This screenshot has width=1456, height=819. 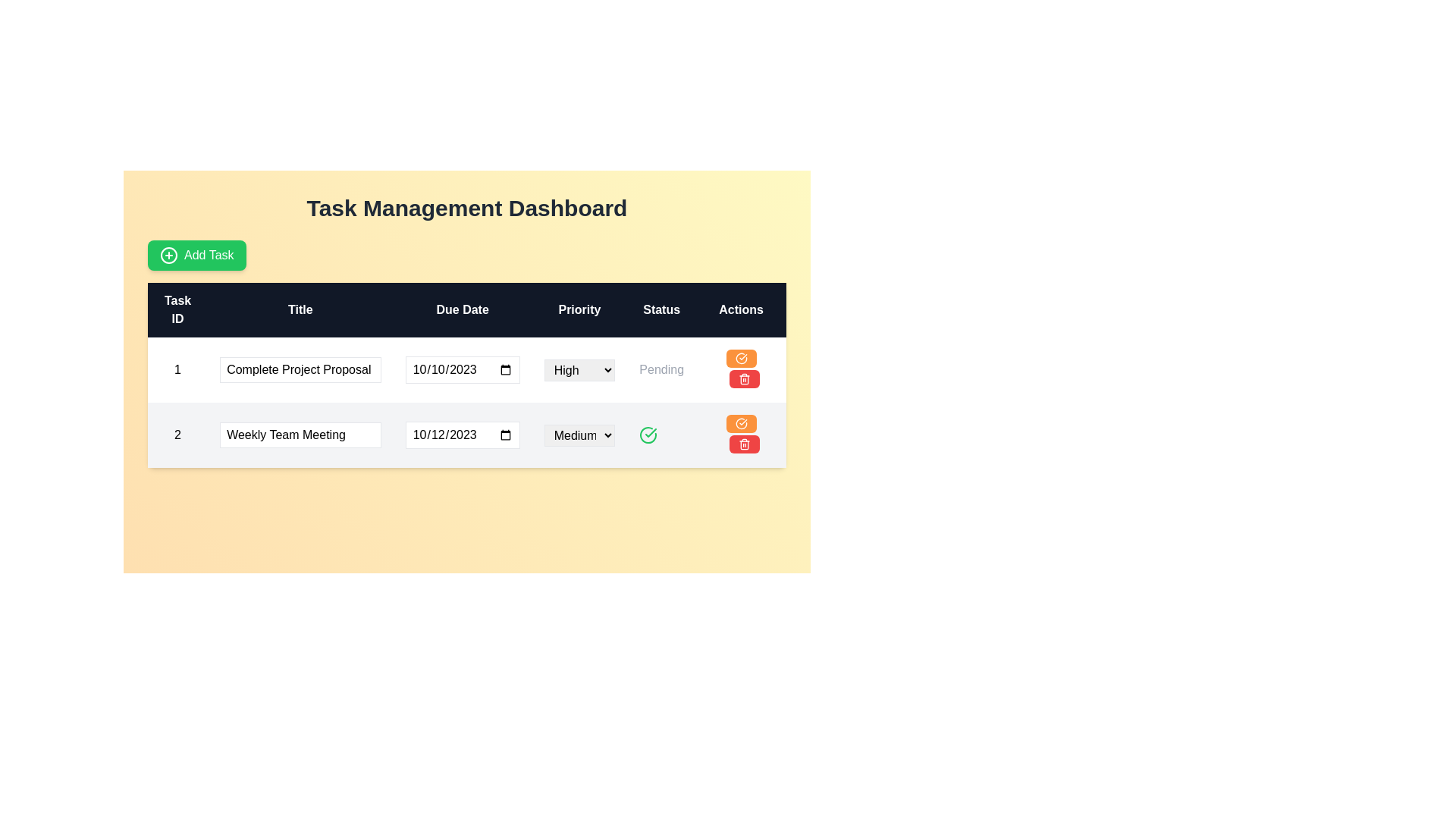 I want to click on the trash can icon with a red circular background in the 'Actions' column of the task table, so click(x=744, y=378).